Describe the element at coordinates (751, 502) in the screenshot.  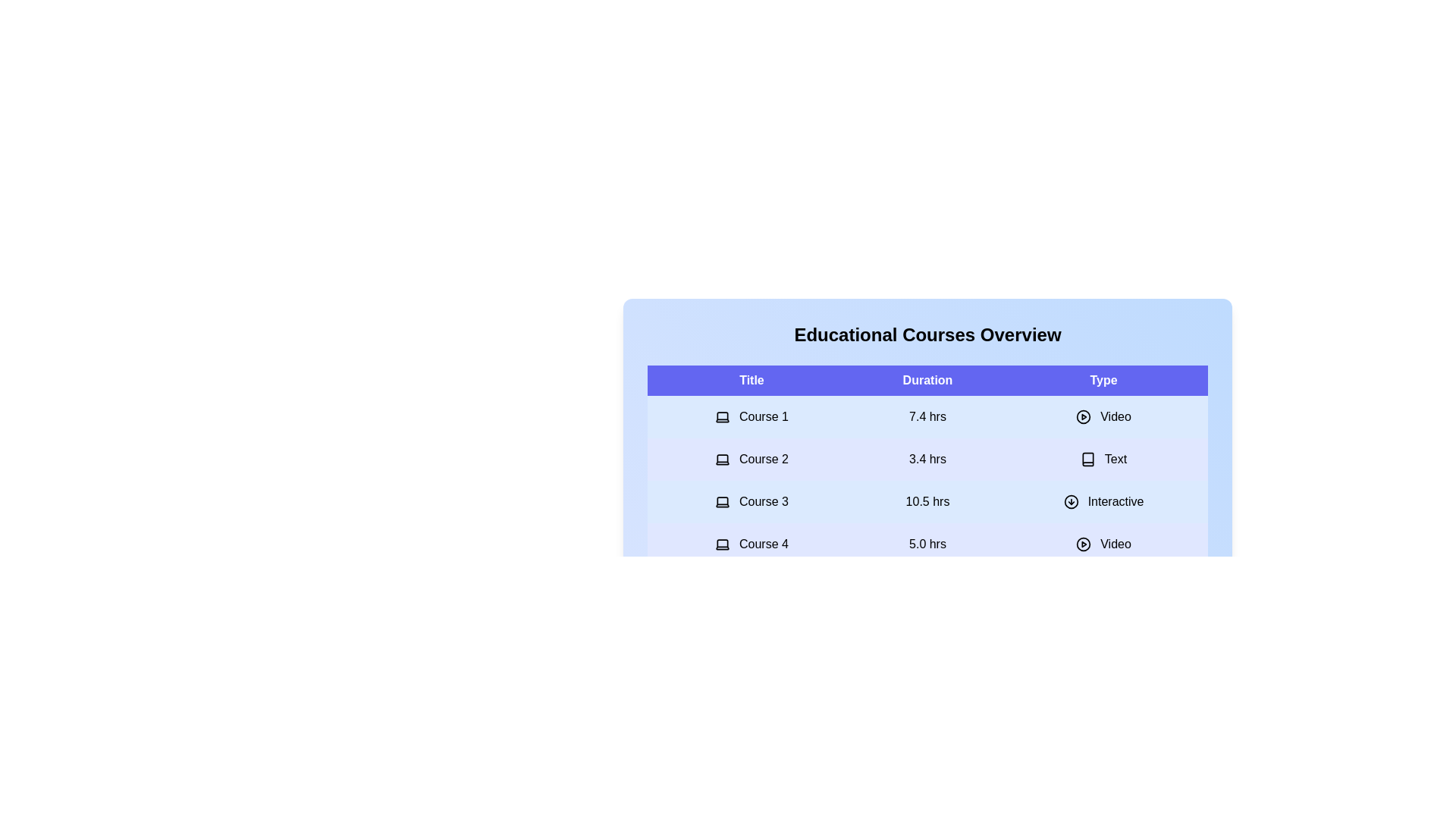
I see `the row corresponding to the course title Course 3` at that location.